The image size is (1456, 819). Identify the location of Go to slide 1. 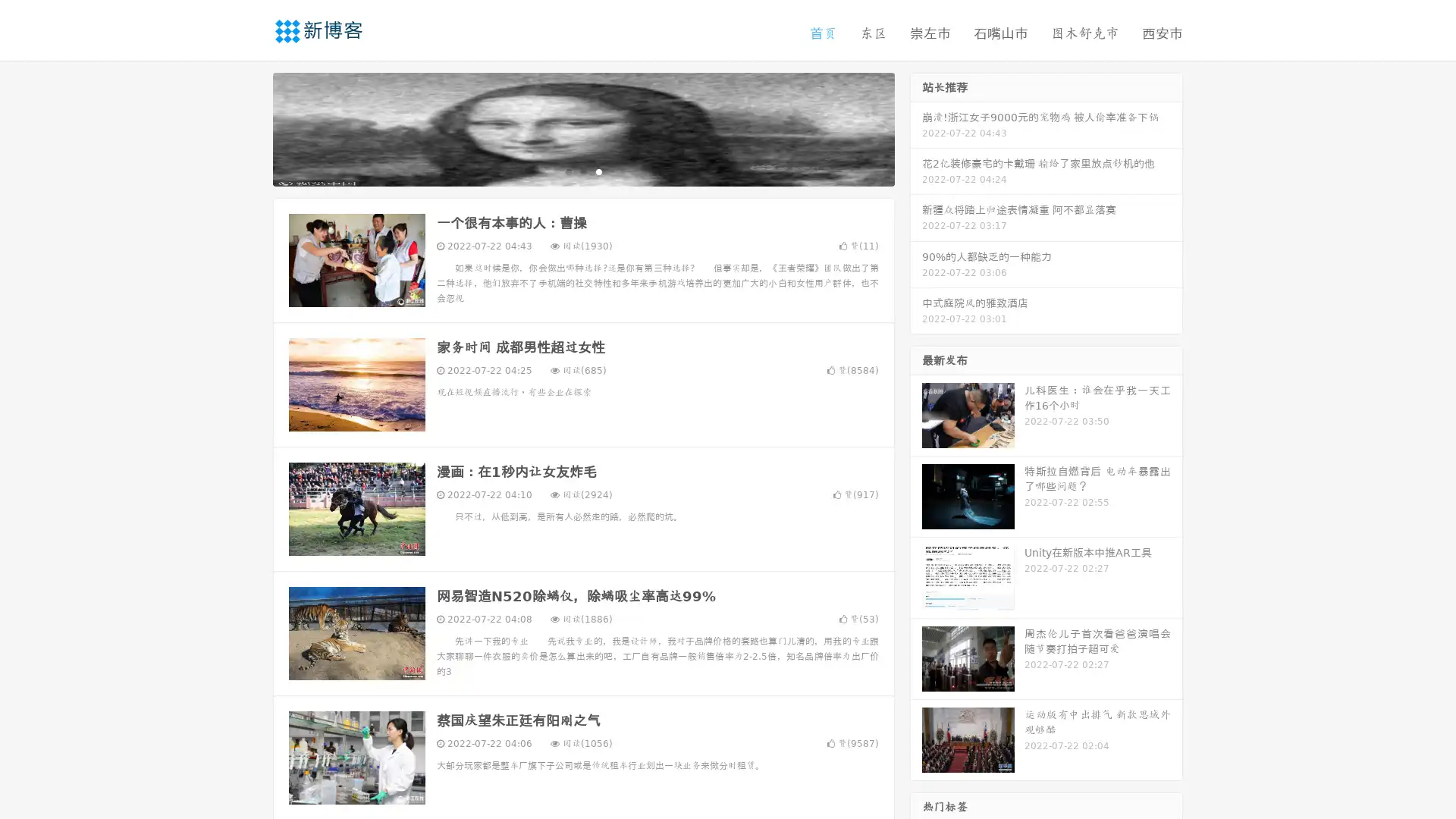
(567, 171).